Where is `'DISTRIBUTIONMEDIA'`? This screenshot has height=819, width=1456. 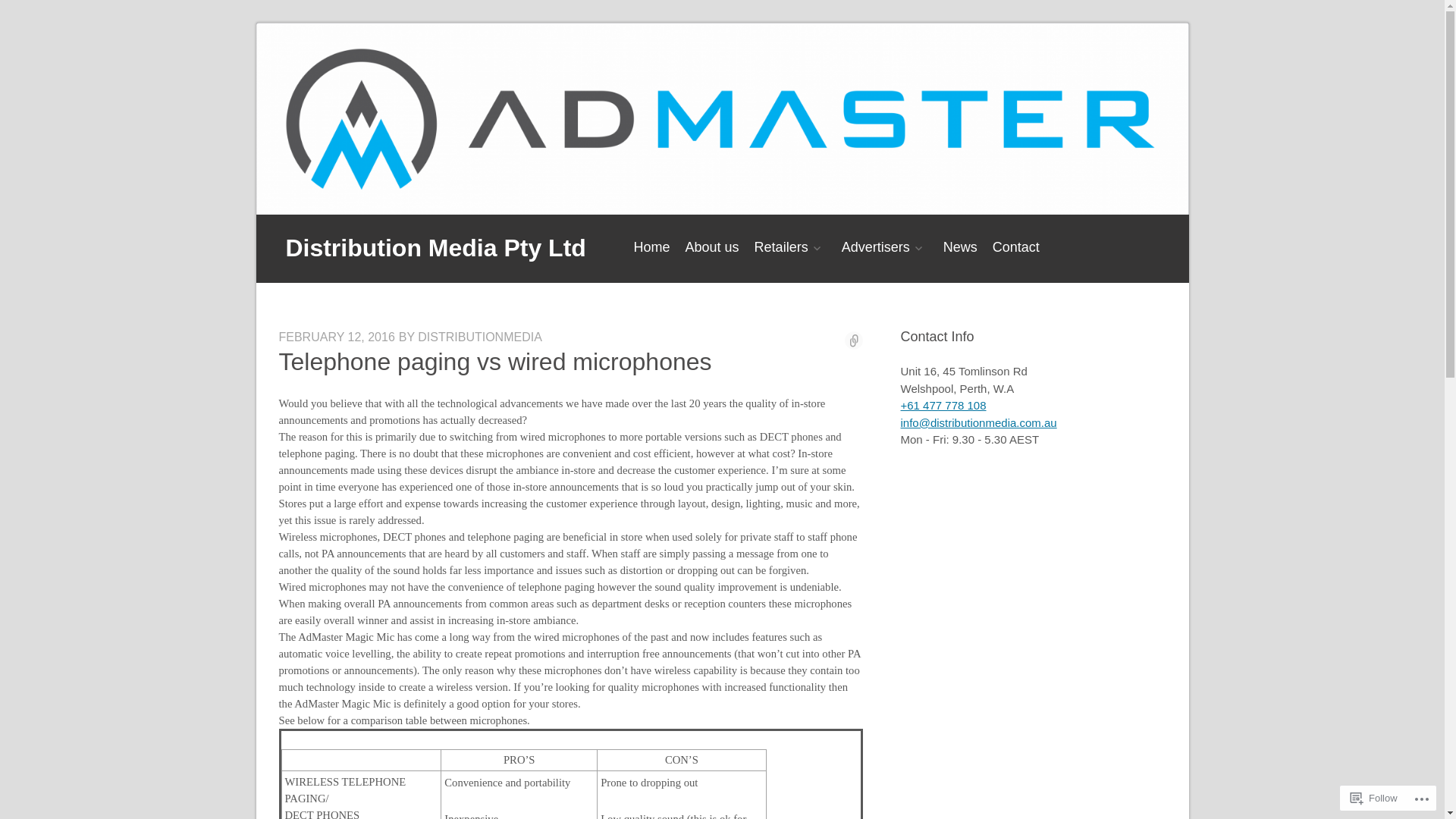 'DISTRIBUTIONMEDIA' is located at coordinates (479, 336).